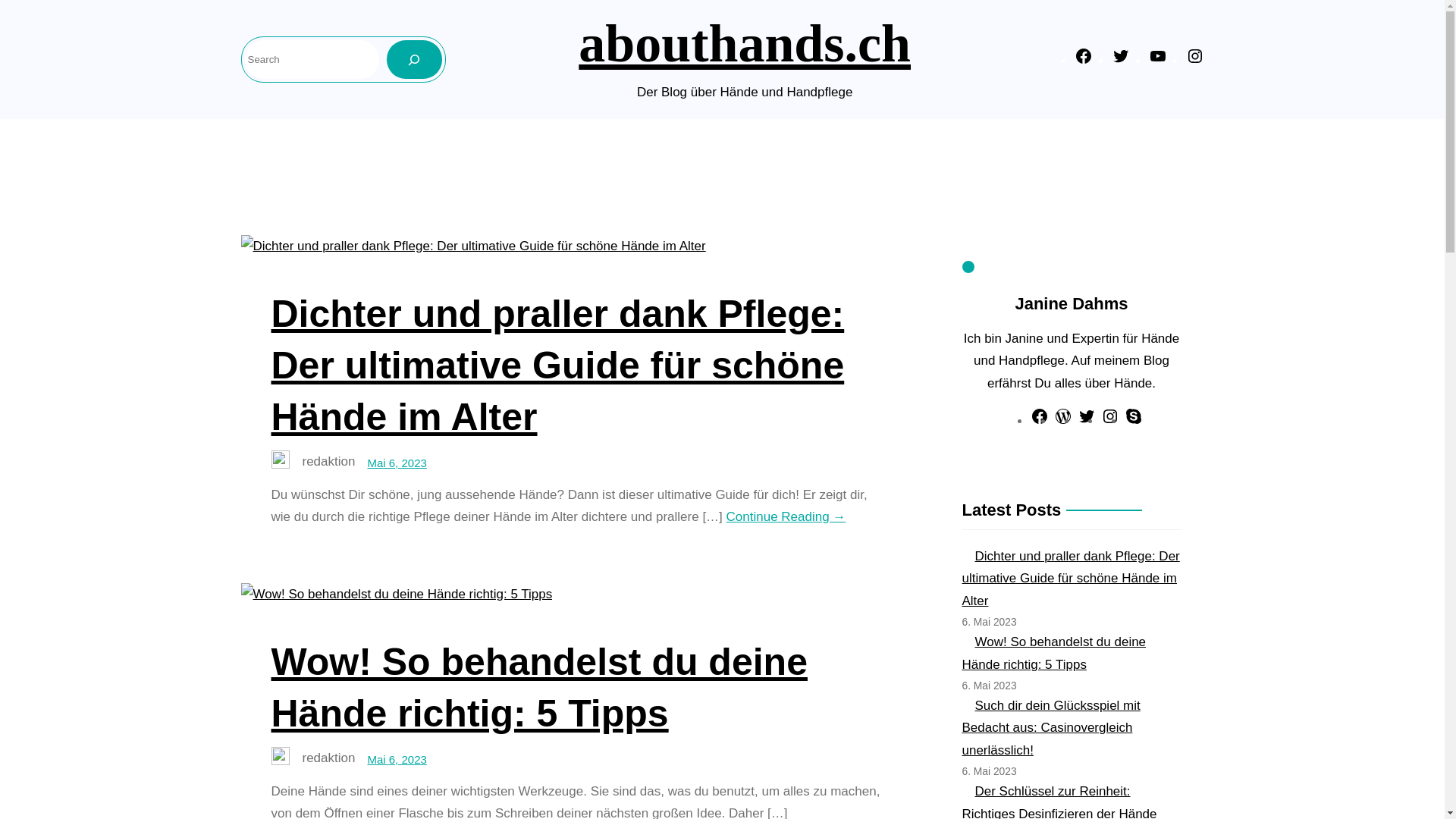 This screenshot has width=1456, height=819. I want to click on 'Facebook', so click(1039, 421).